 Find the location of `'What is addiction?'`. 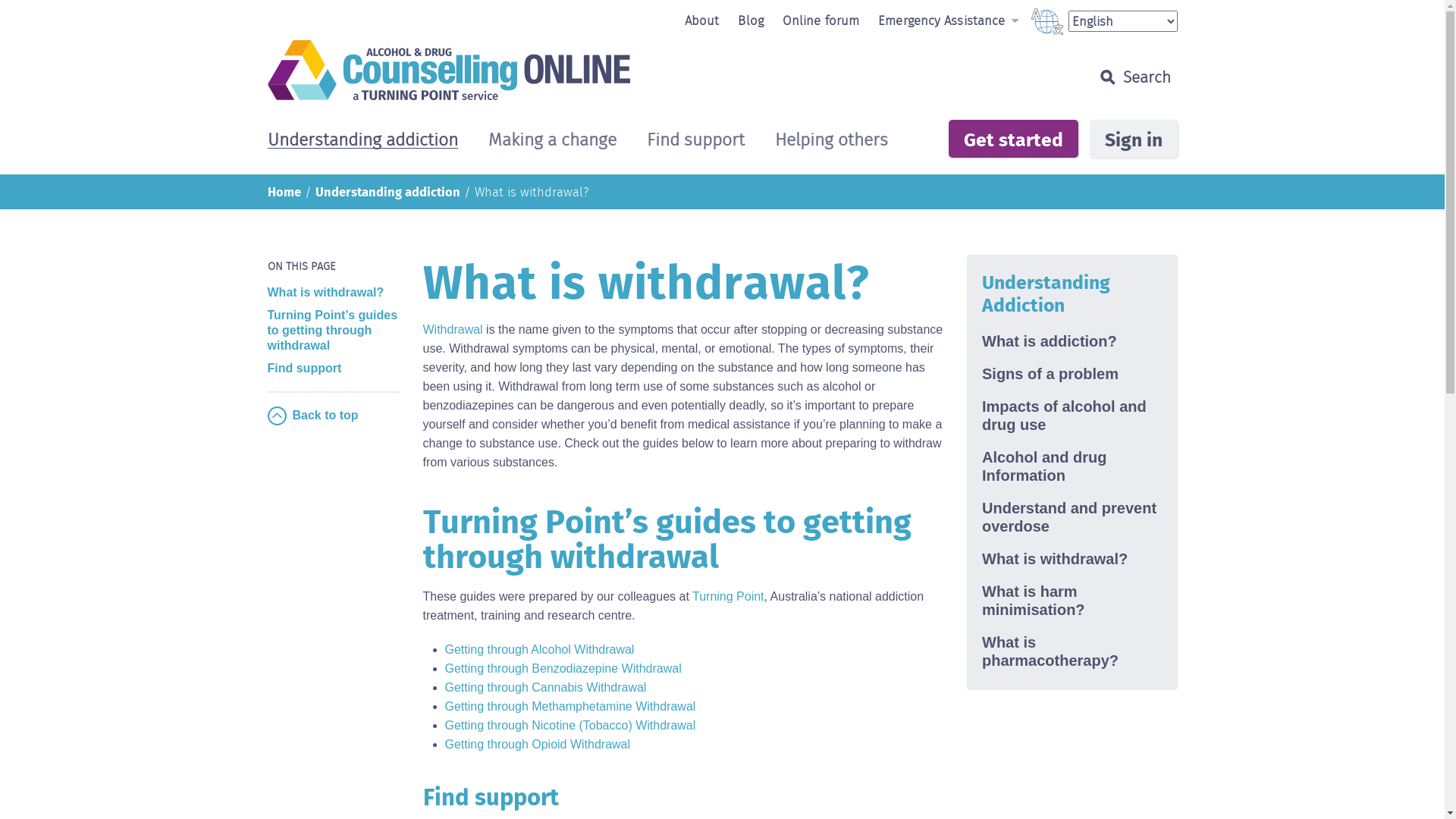

'What is addiction?' is located at coordinates (982, 338).